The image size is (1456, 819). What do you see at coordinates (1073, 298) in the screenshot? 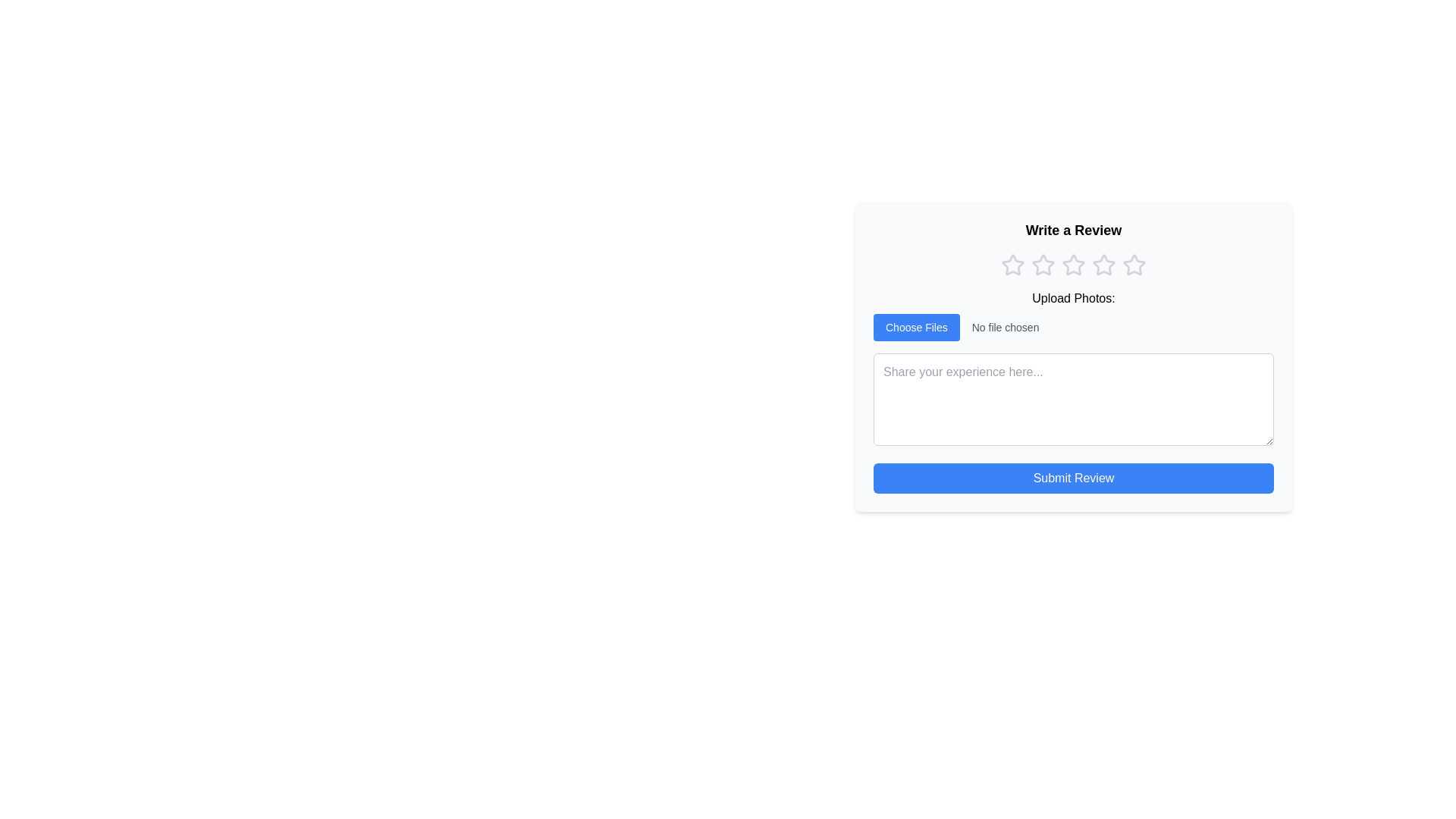
I see `the Static Text Label that reads 'Upload Photos:', which is styled with centered alignment and located below the star icons and above the file upload interface` at bounding box center [1073, 298].